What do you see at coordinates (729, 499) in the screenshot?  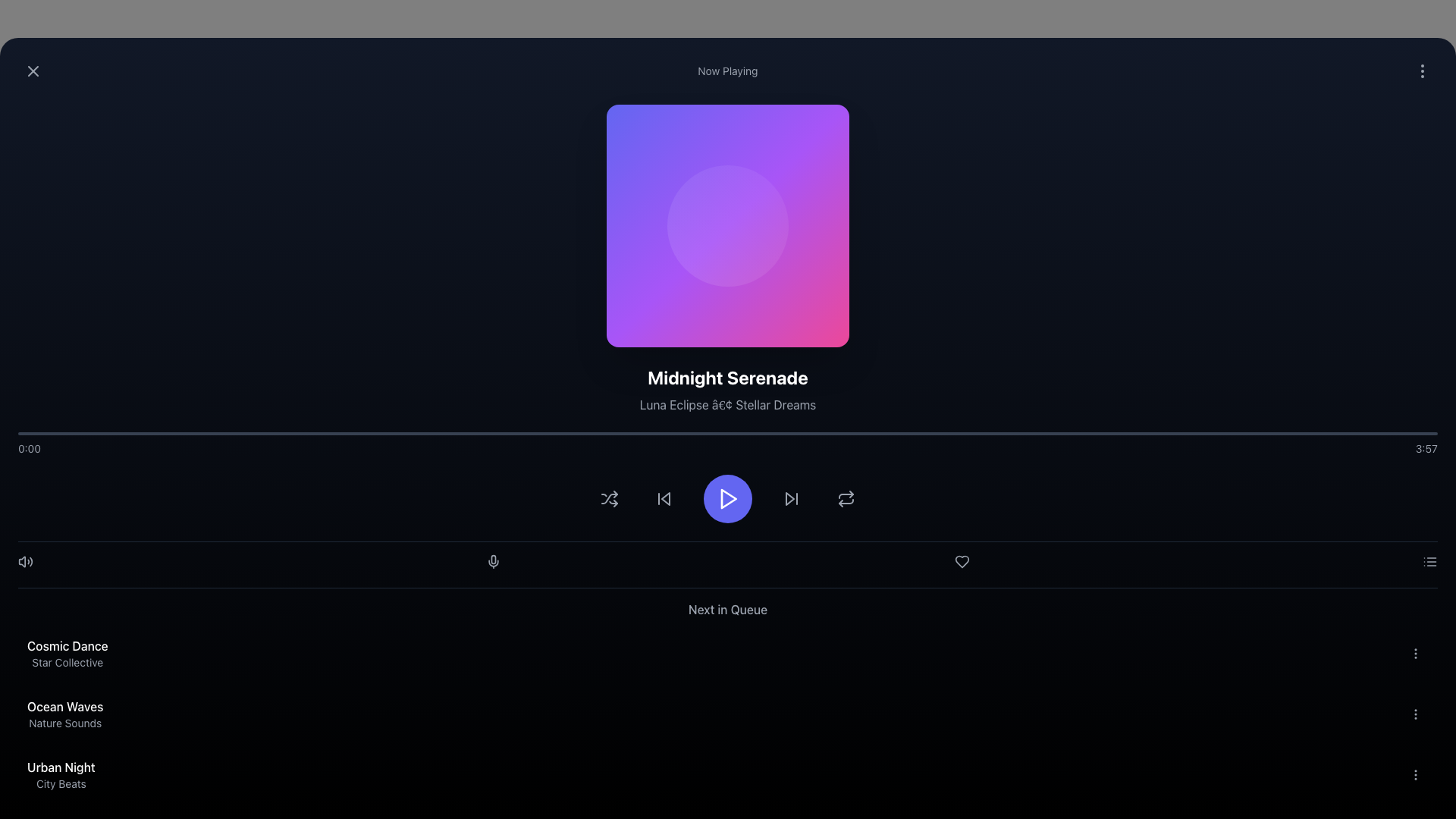 I see `the triangular play icon embedded within the circular button located in the middle of the playback controls section to play or pause the playback` at bounding box center [729, 499].